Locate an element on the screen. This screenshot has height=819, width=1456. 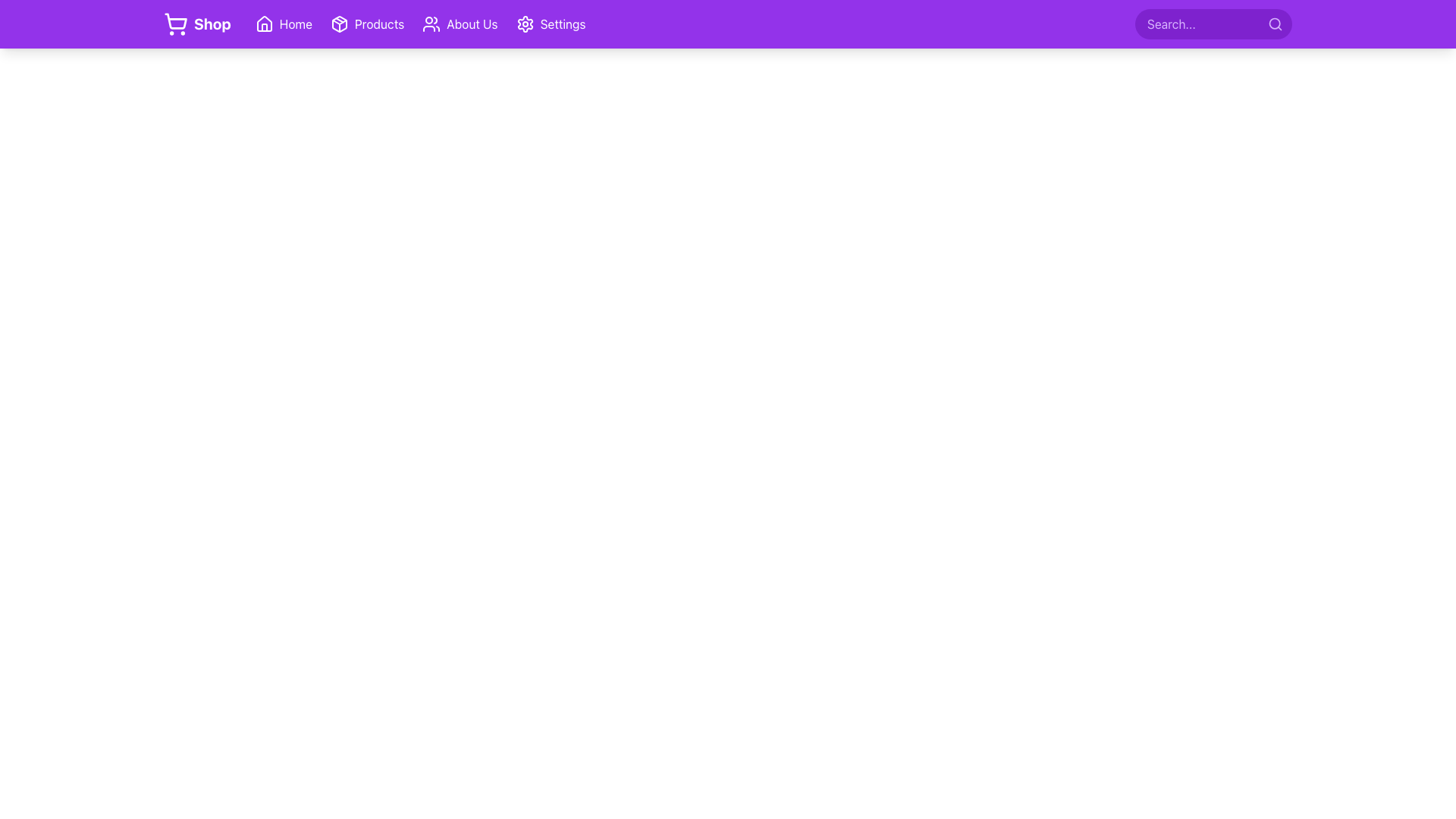
the vertical section of the house icon located in the top navigation bar, second from the left after the 'Shop' icon is located at coordinates (264, 27).